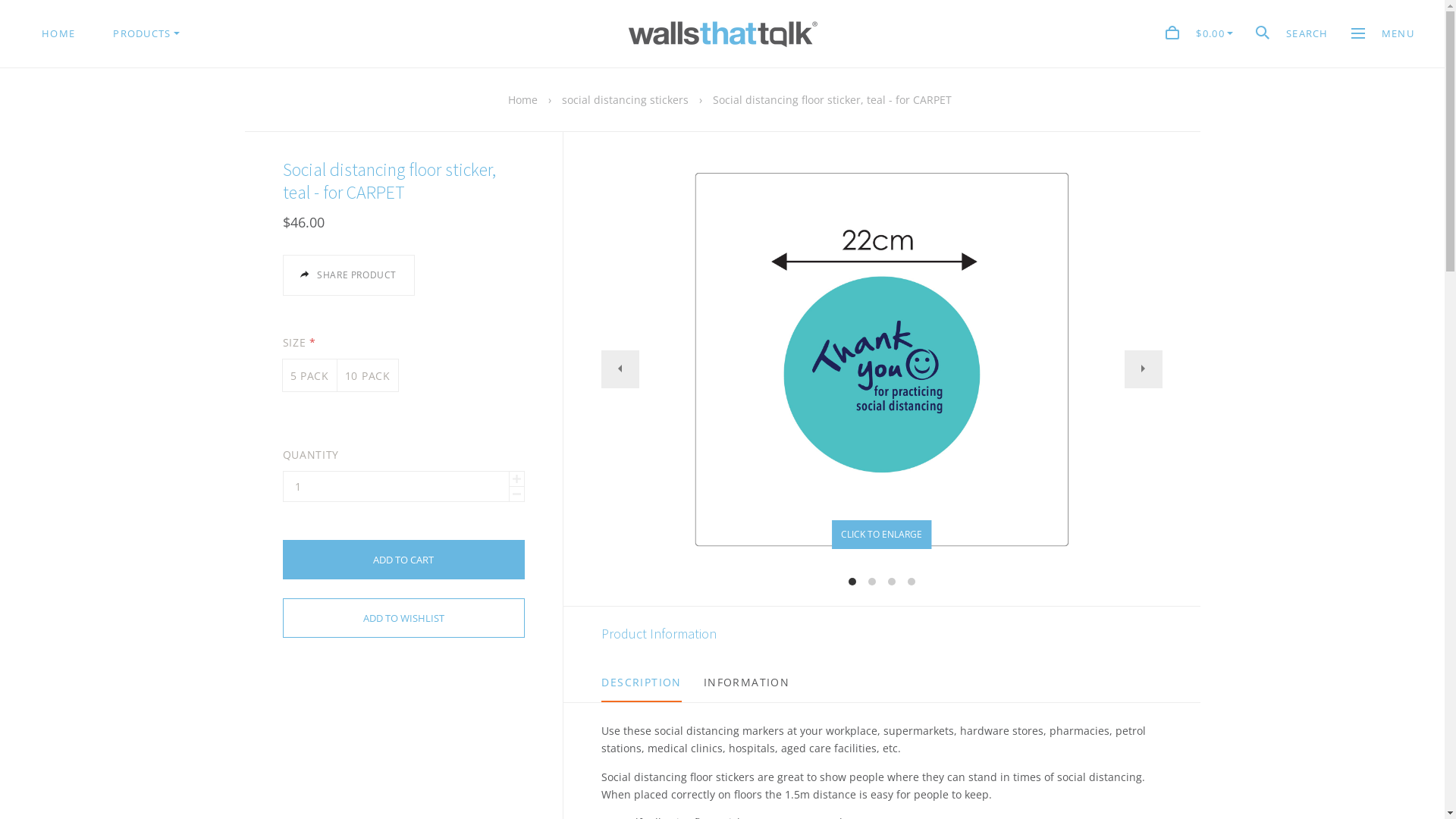 The image size is (1456, 819). Describe the element at coordinates (522, 99) in the screenshot. I see `'Home'` at that location.